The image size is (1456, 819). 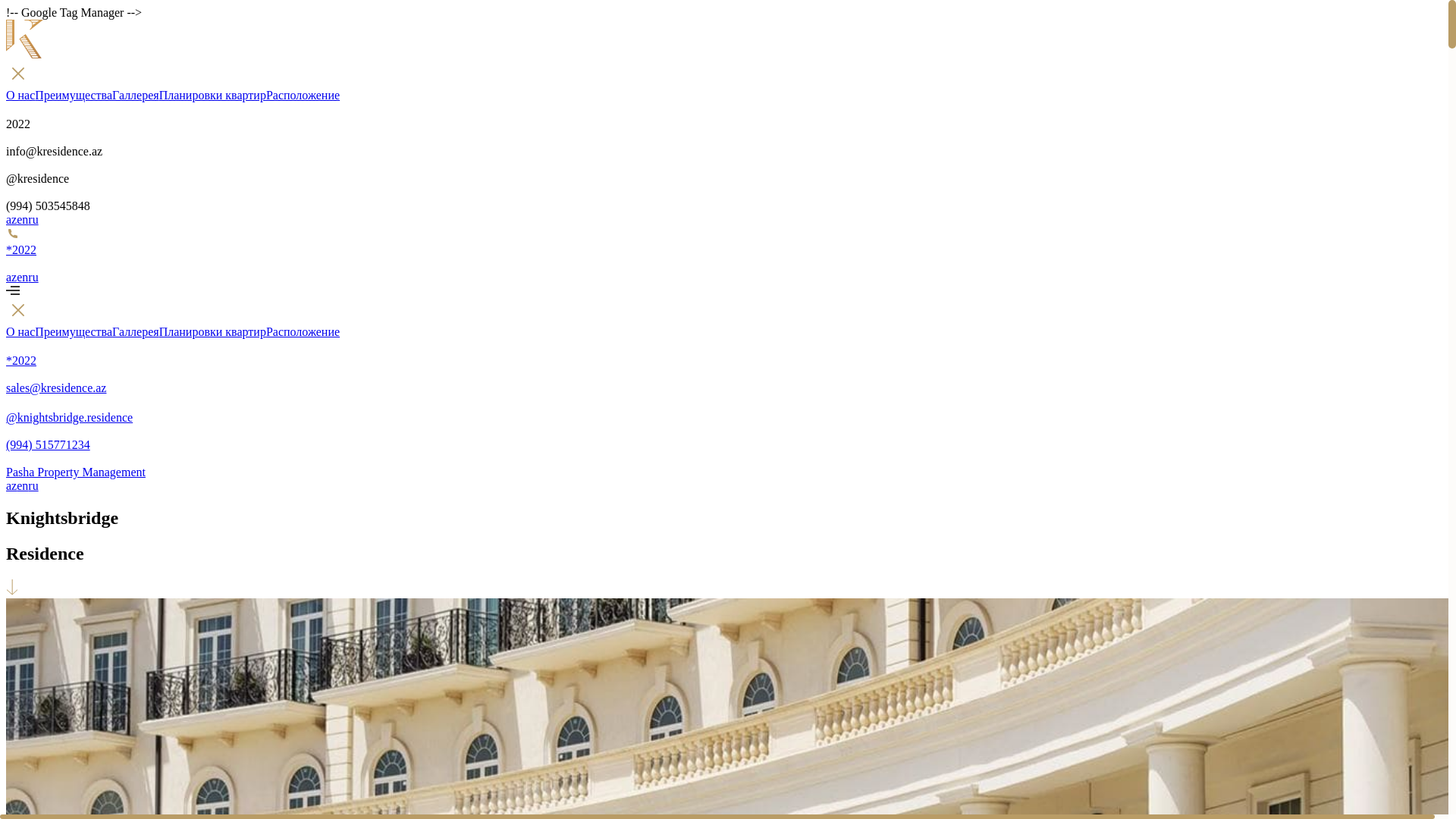 I want to click on 'az', so click(x=11, y=219).